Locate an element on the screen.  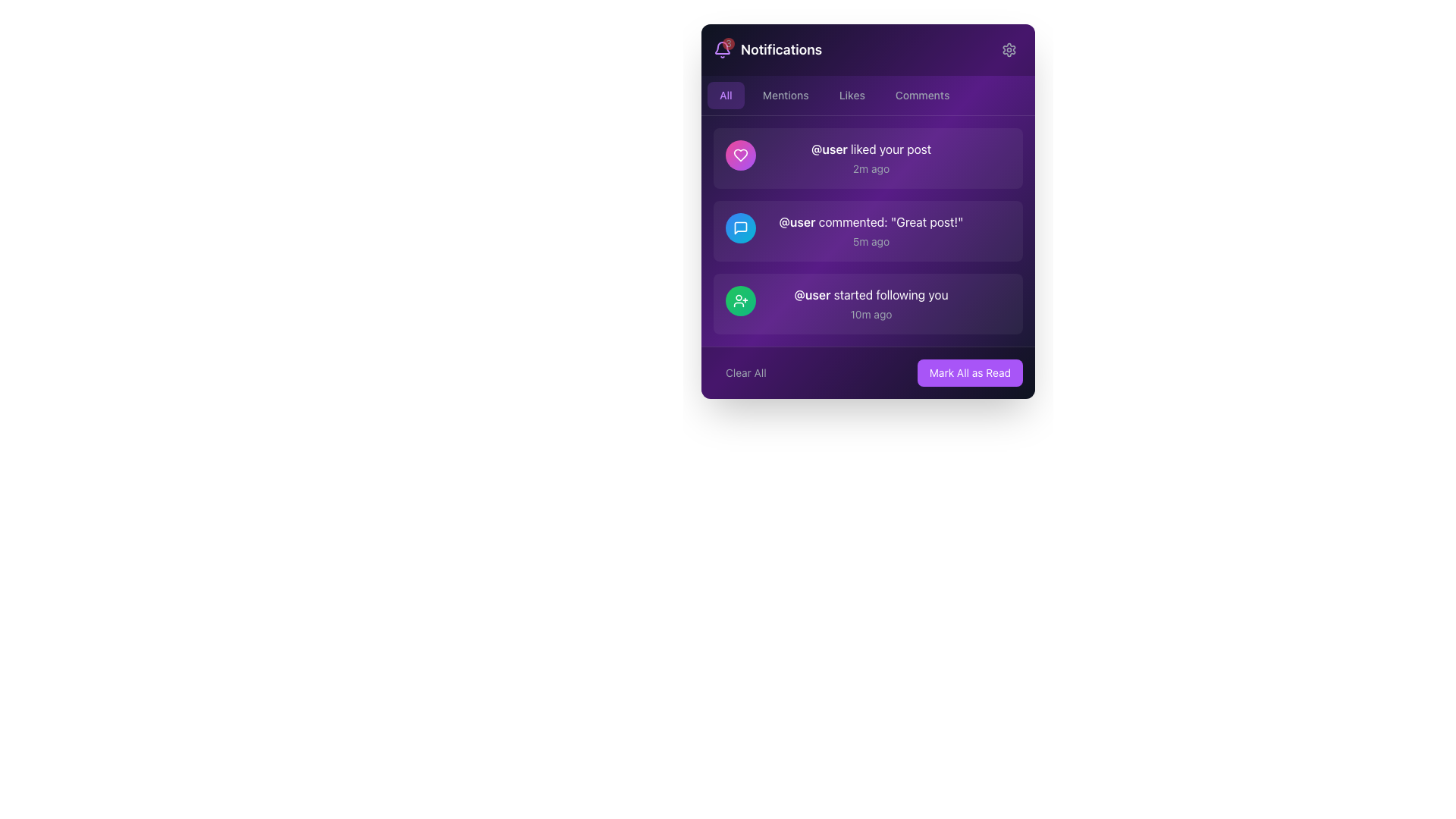
the button that clears all notifications, located on the left-hand side of the bottom section of the notification menu is located at coordinates (745, 373).